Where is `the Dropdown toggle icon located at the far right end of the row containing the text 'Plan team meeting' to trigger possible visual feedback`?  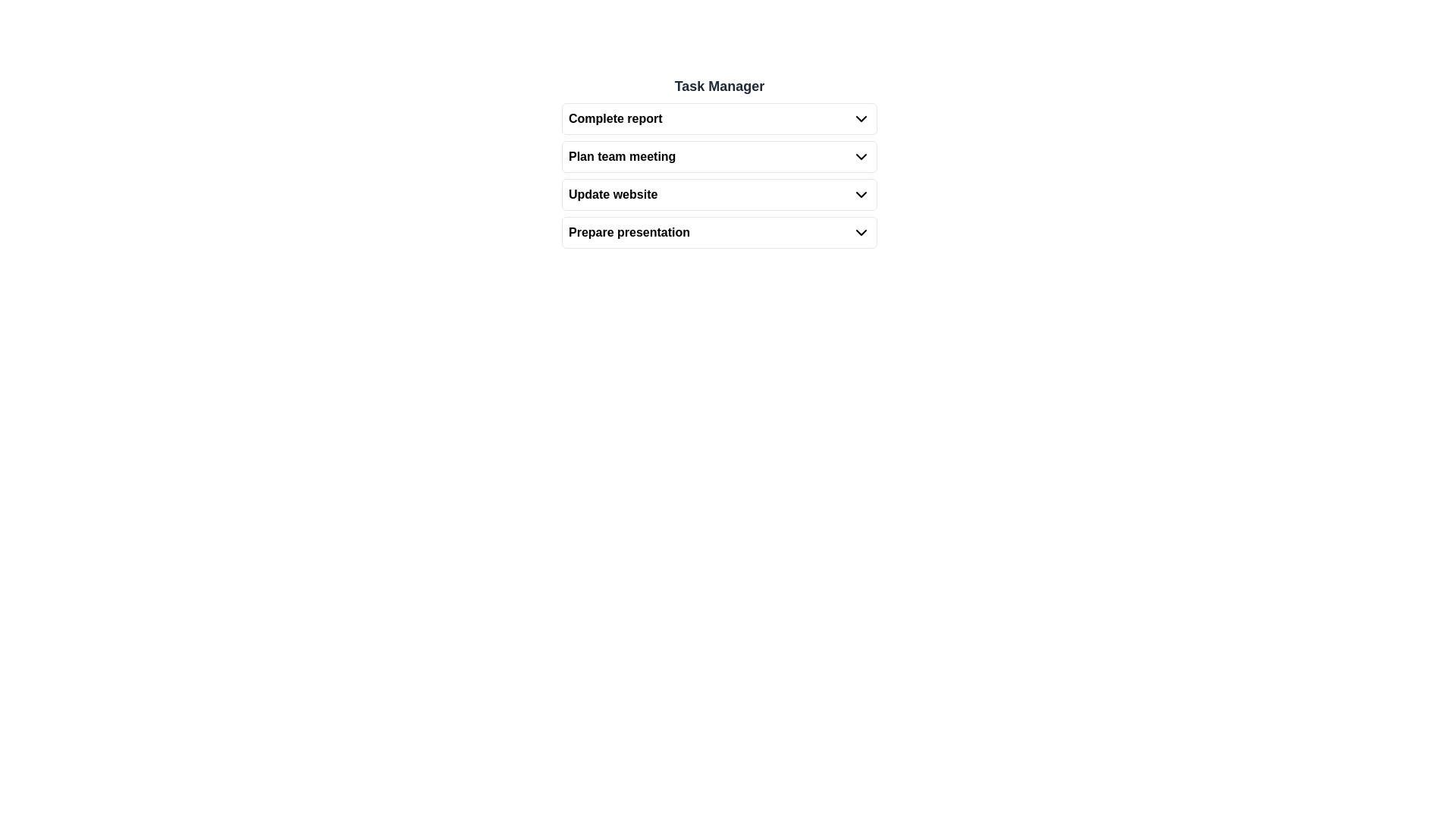 the Dropdown toggle icon located at the far right end of the row containing the text 'Plan team meeting' to trigger possible visual feedback is located at coordinates (861, 157).